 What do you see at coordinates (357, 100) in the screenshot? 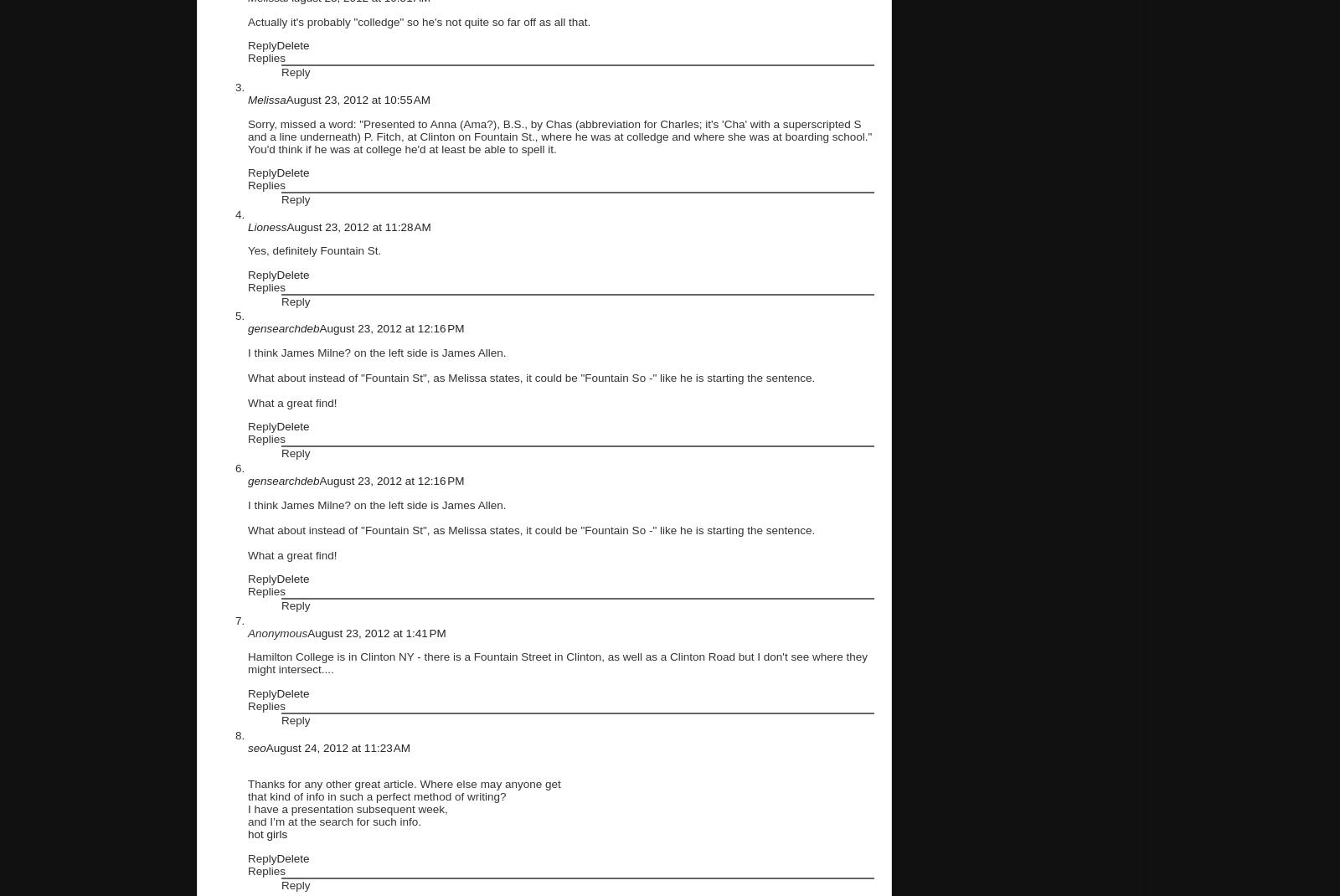
I see `'August 23, 2012 at 10:55 AM'` at bounding box center [357, 100].